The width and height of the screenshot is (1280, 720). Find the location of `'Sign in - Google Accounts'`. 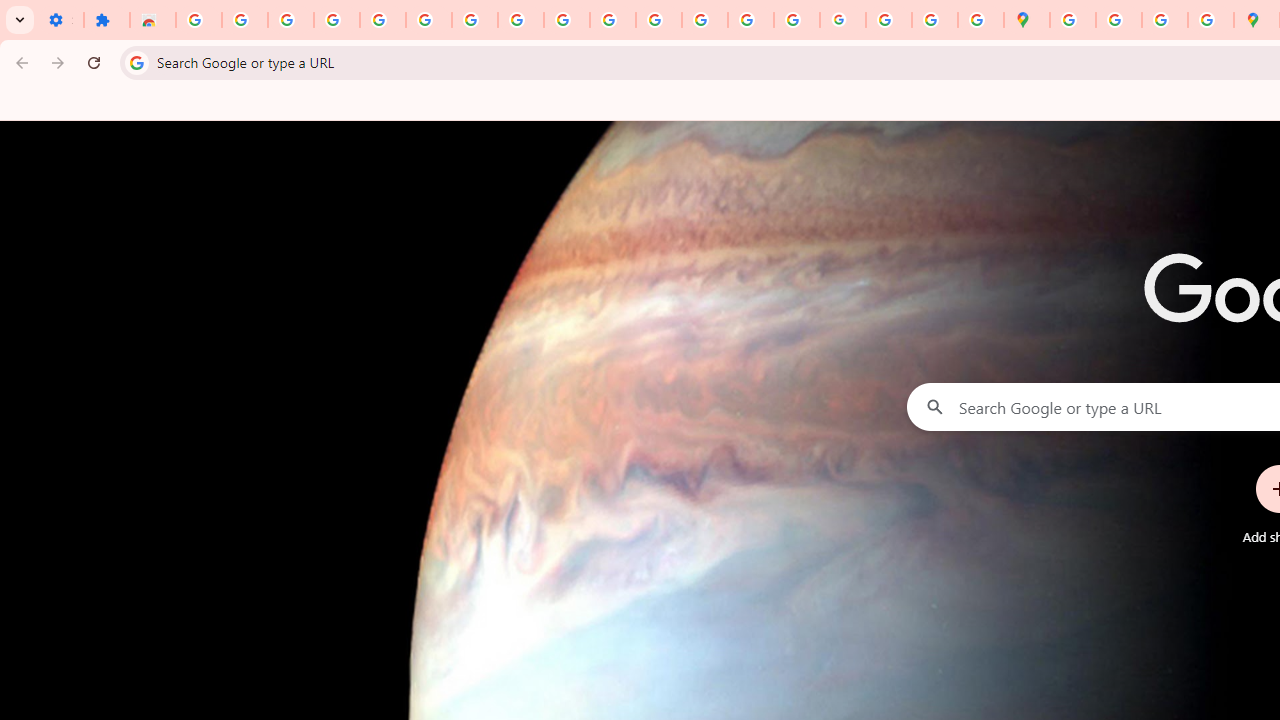

'Sign in - Google Accounts' is located at coordinates (198, 20).